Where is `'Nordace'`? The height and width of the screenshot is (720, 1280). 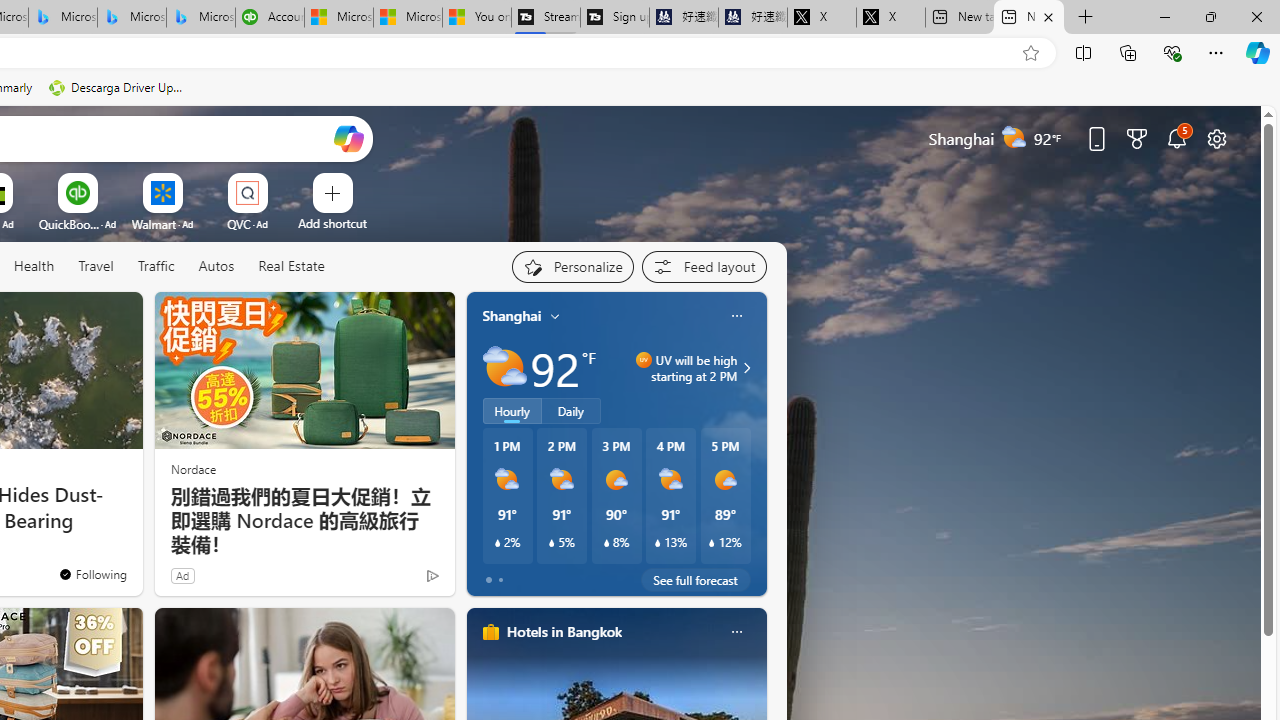
'Nordace' is located at coordinates (193, 468).